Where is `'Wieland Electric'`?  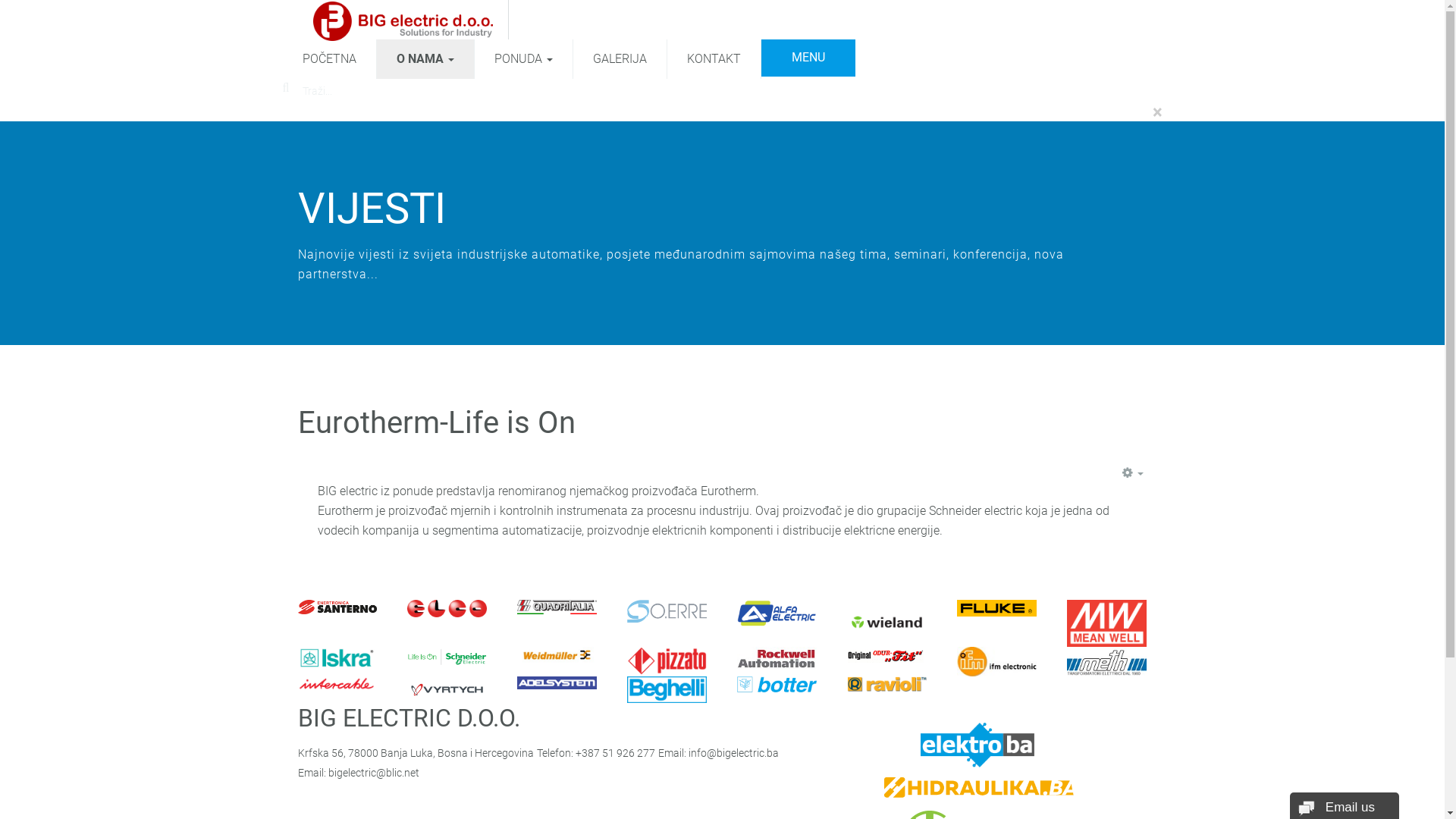
'Wieland Electric' is located at coordinates (846, 622).